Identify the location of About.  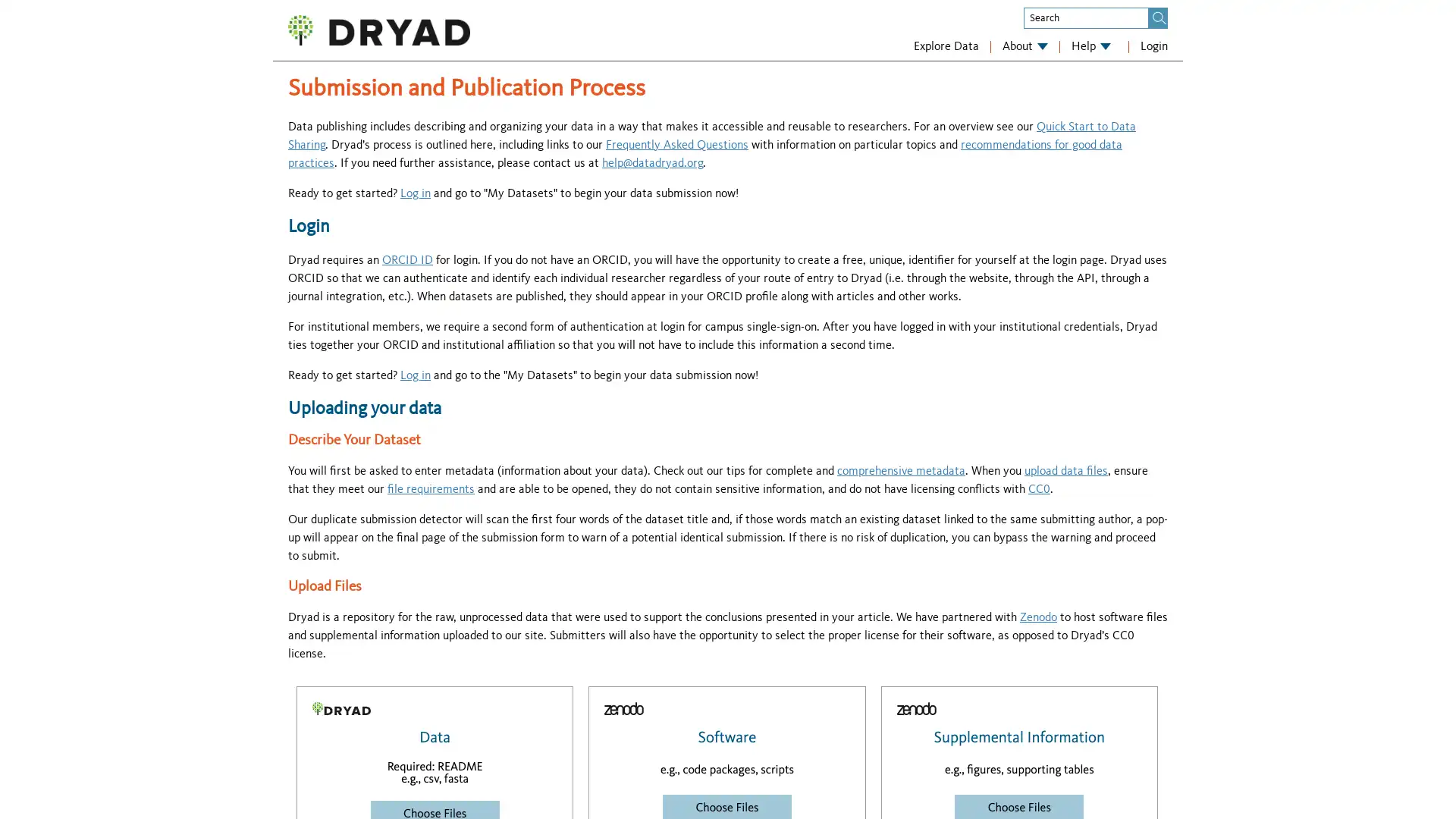
(1025, 45).